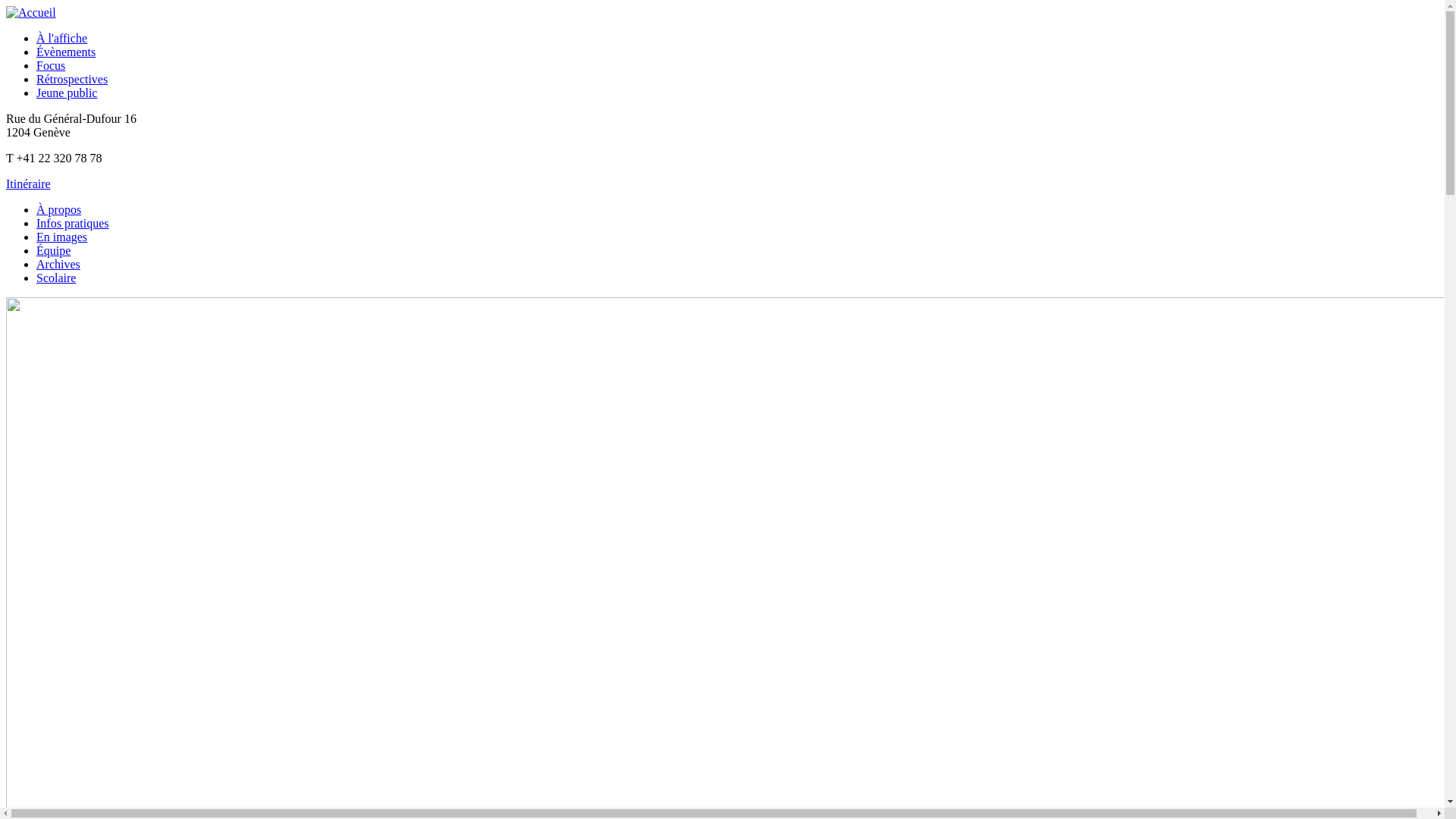 The image size is (1456, 819). What do you see at coordinates (58, 263) in the screenshot?
I see `'Archives'` at bounding box center [58, 263].